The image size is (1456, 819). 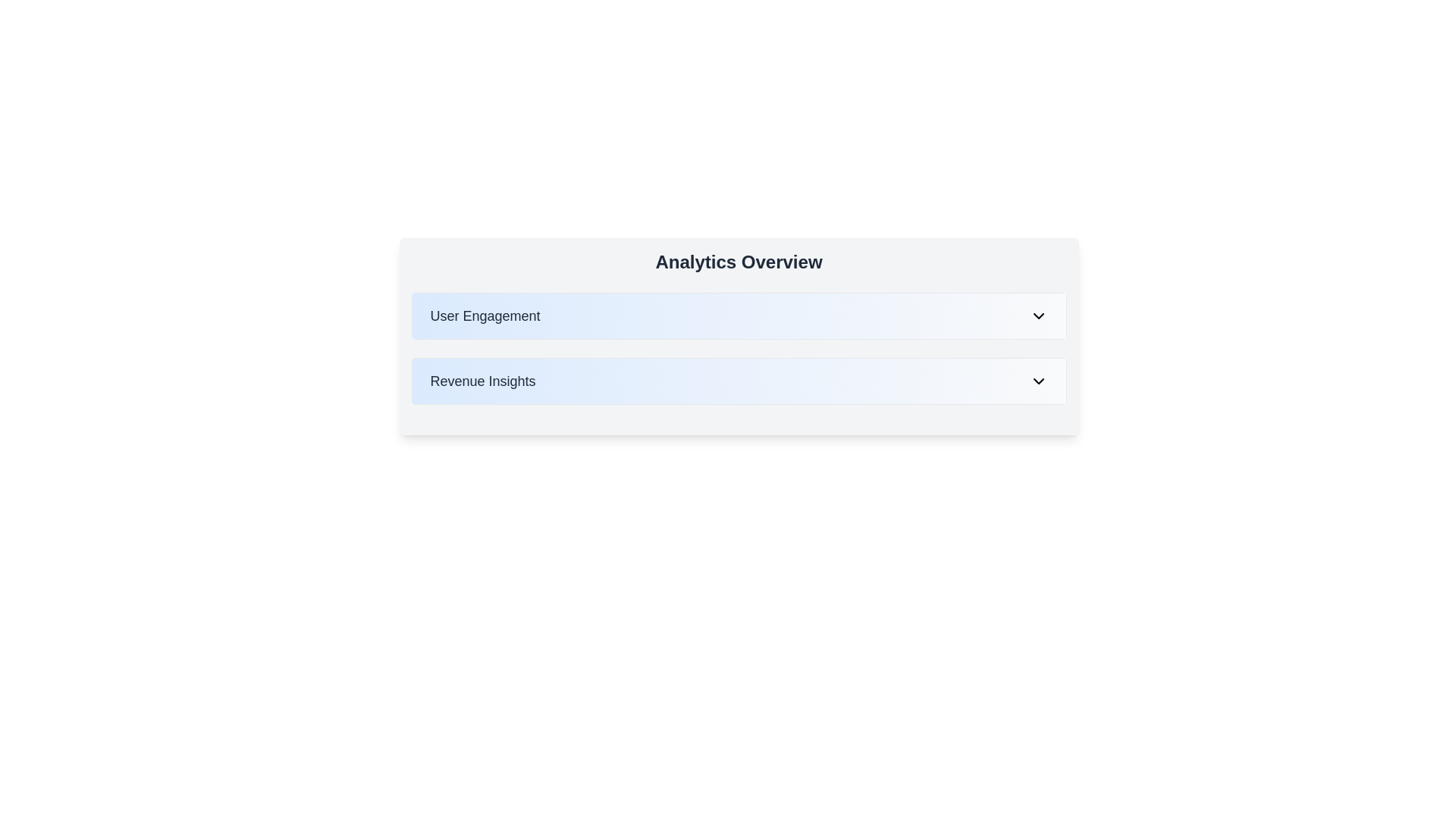 I want to click on the 'Revenue Insights' text label, which serves as a clickable heading, so click(x=482, y=380).